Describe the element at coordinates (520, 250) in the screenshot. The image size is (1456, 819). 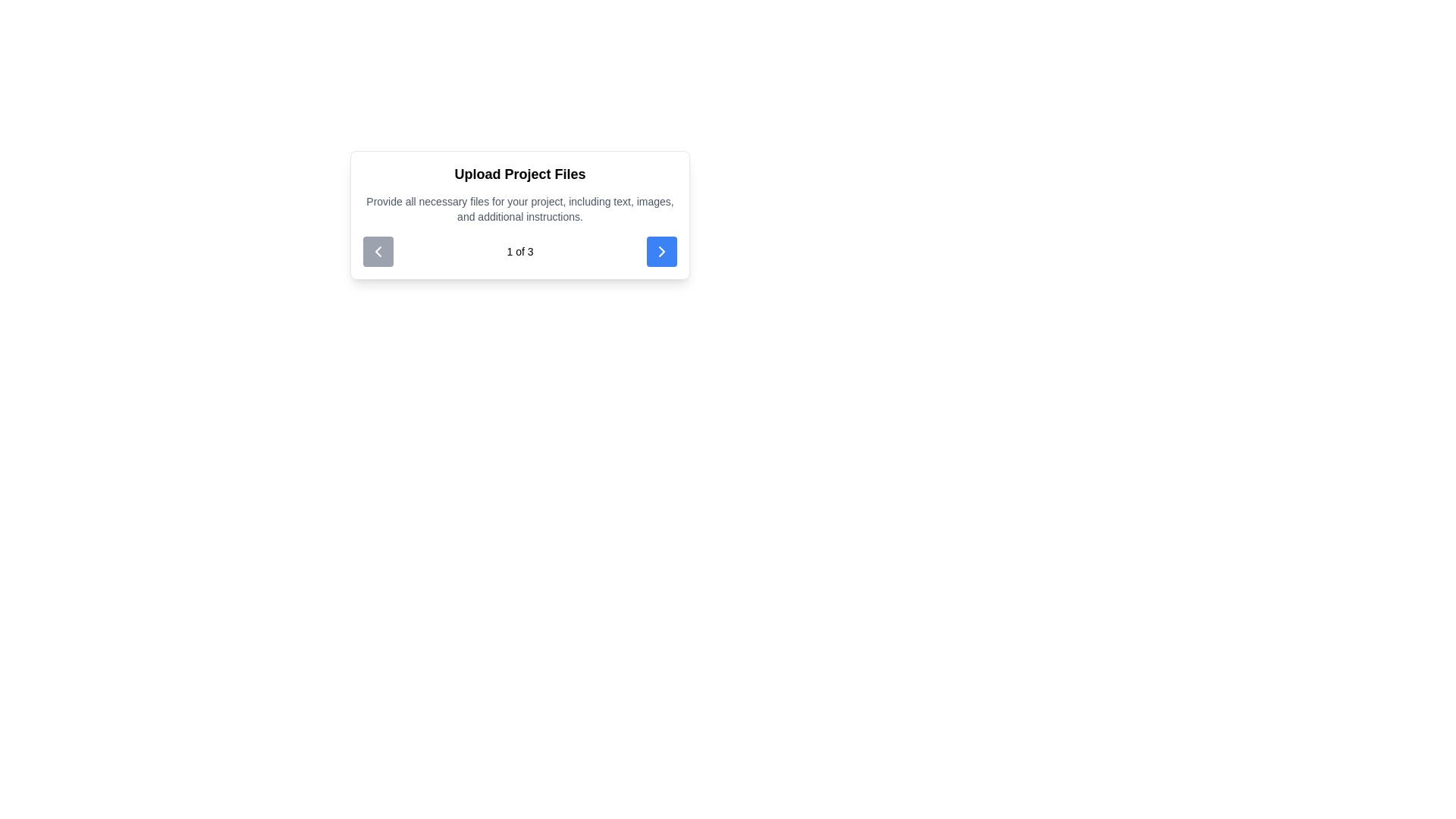
I see `the Text Indicator that displays the user's current position in the pagination context (e.g., 'Page 1 of 3') within the 'Upload Project Files' card` at that location.